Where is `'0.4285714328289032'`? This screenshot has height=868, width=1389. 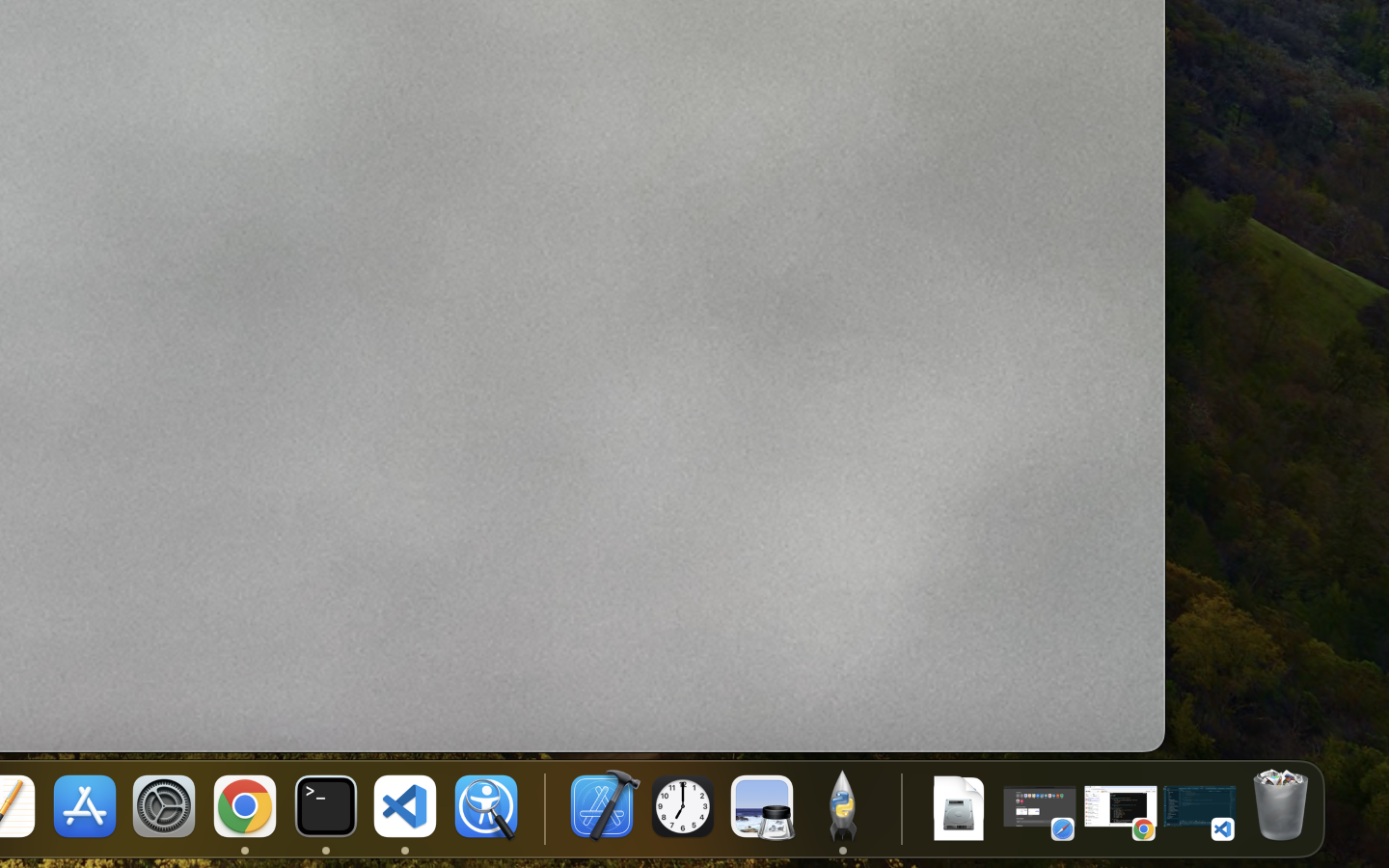
'0.4285714328289032' is located at coordinates (542, 807).